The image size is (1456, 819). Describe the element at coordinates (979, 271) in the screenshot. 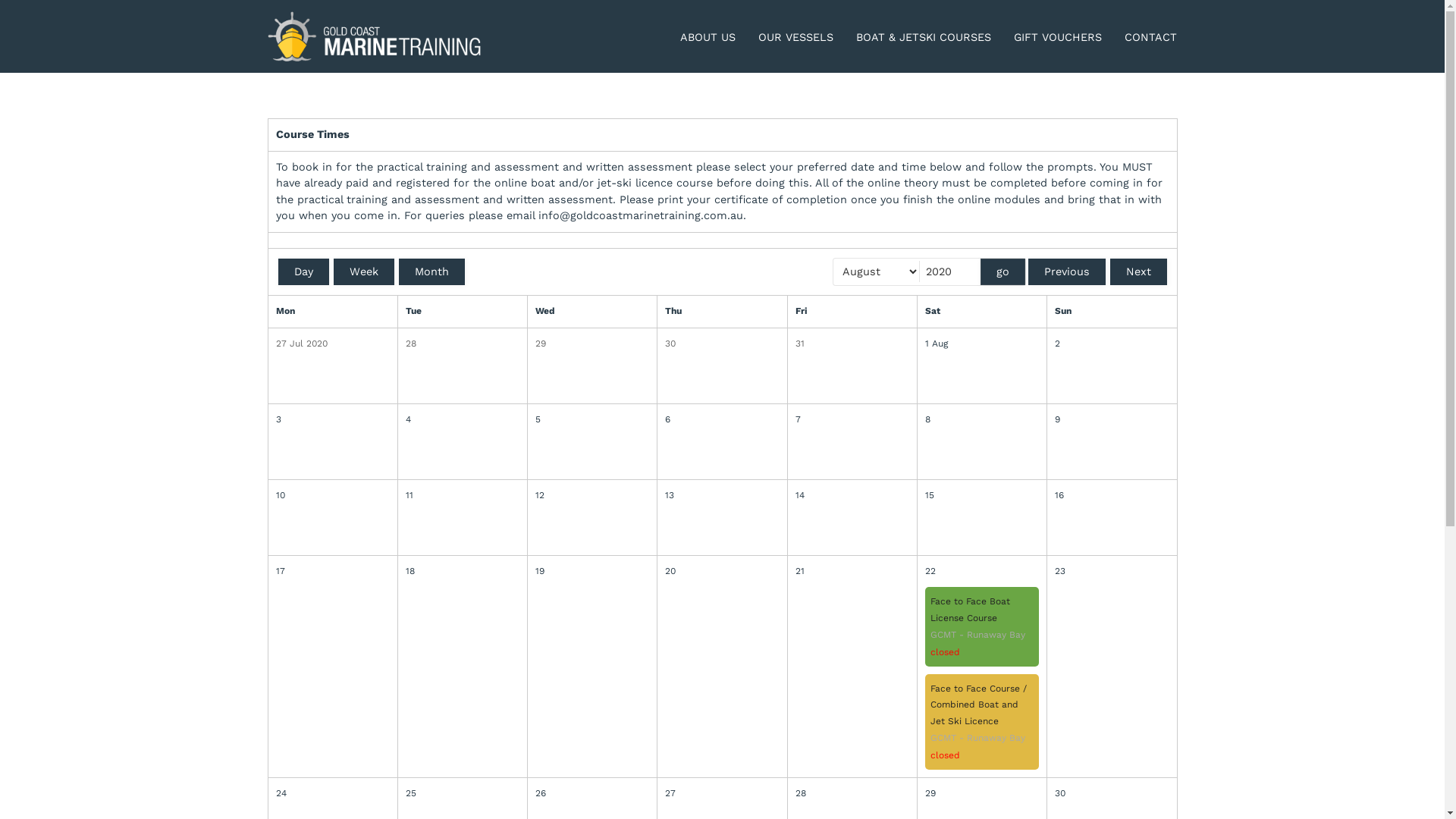

I see `'go'` at that location.